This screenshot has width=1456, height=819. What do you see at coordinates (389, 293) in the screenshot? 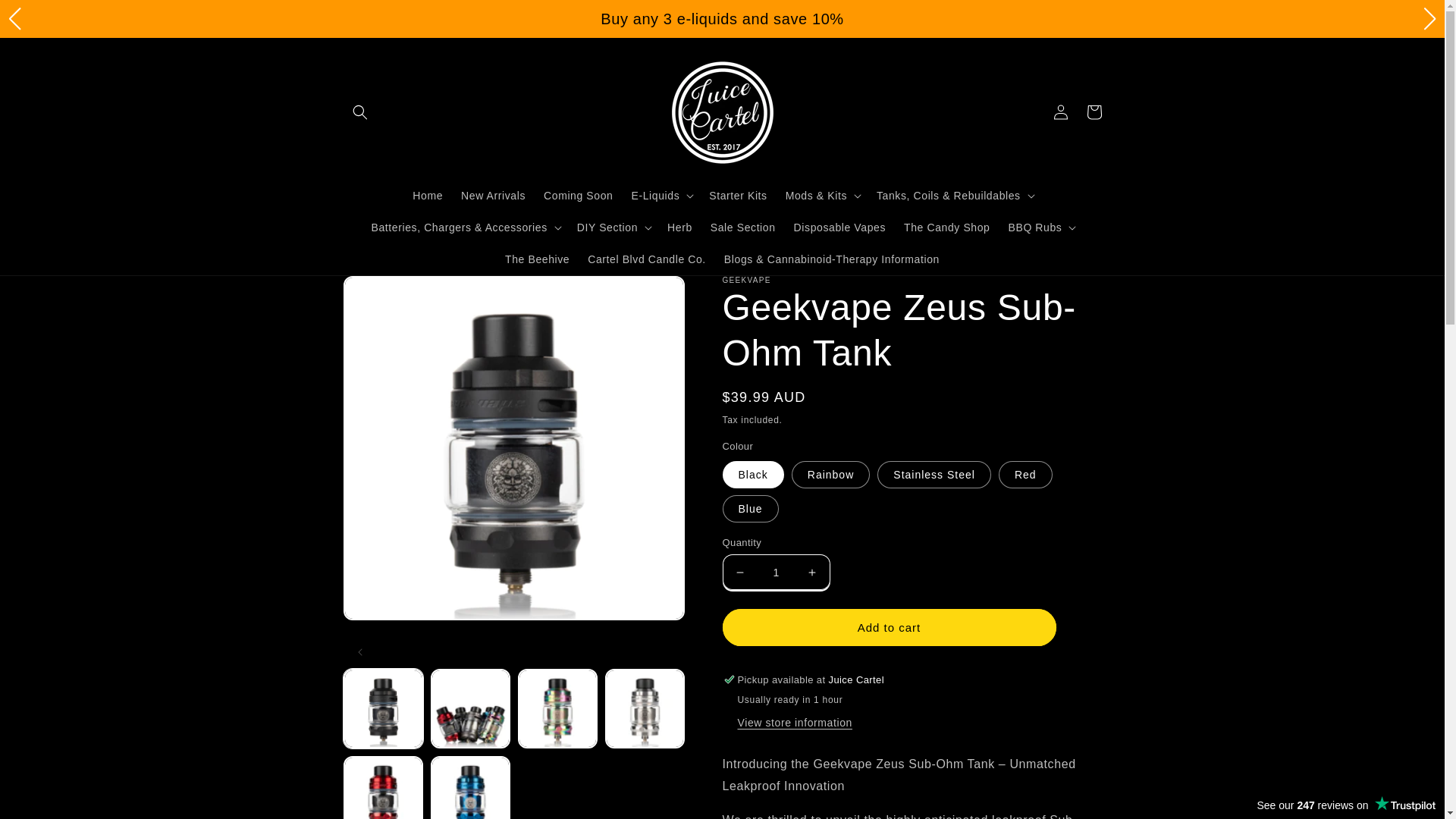
I see `'Skip to product information'` at bounding box center [389, 293].